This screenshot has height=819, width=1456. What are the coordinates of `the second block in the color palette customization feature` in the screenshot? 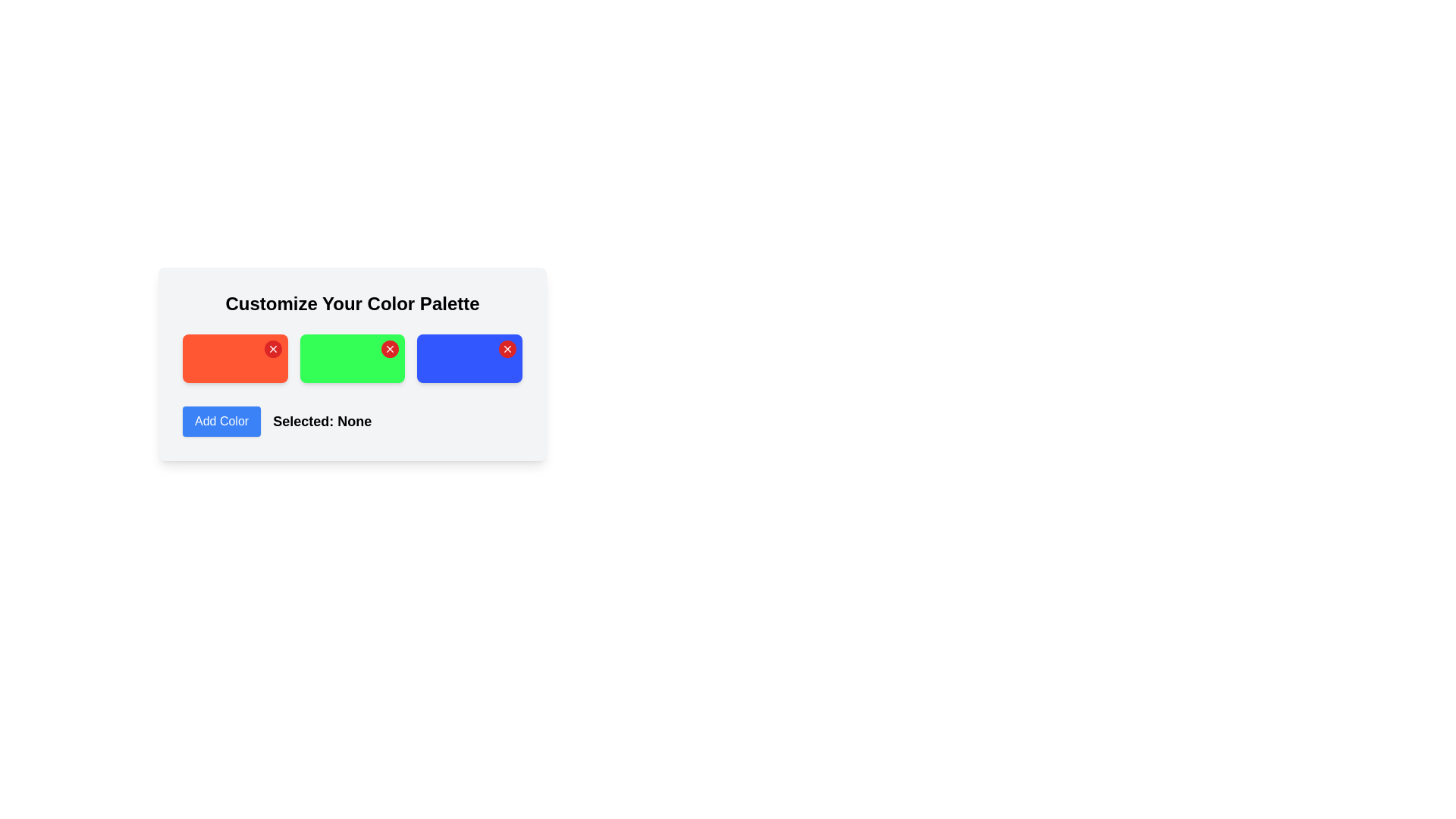 It's located at (352, 361).